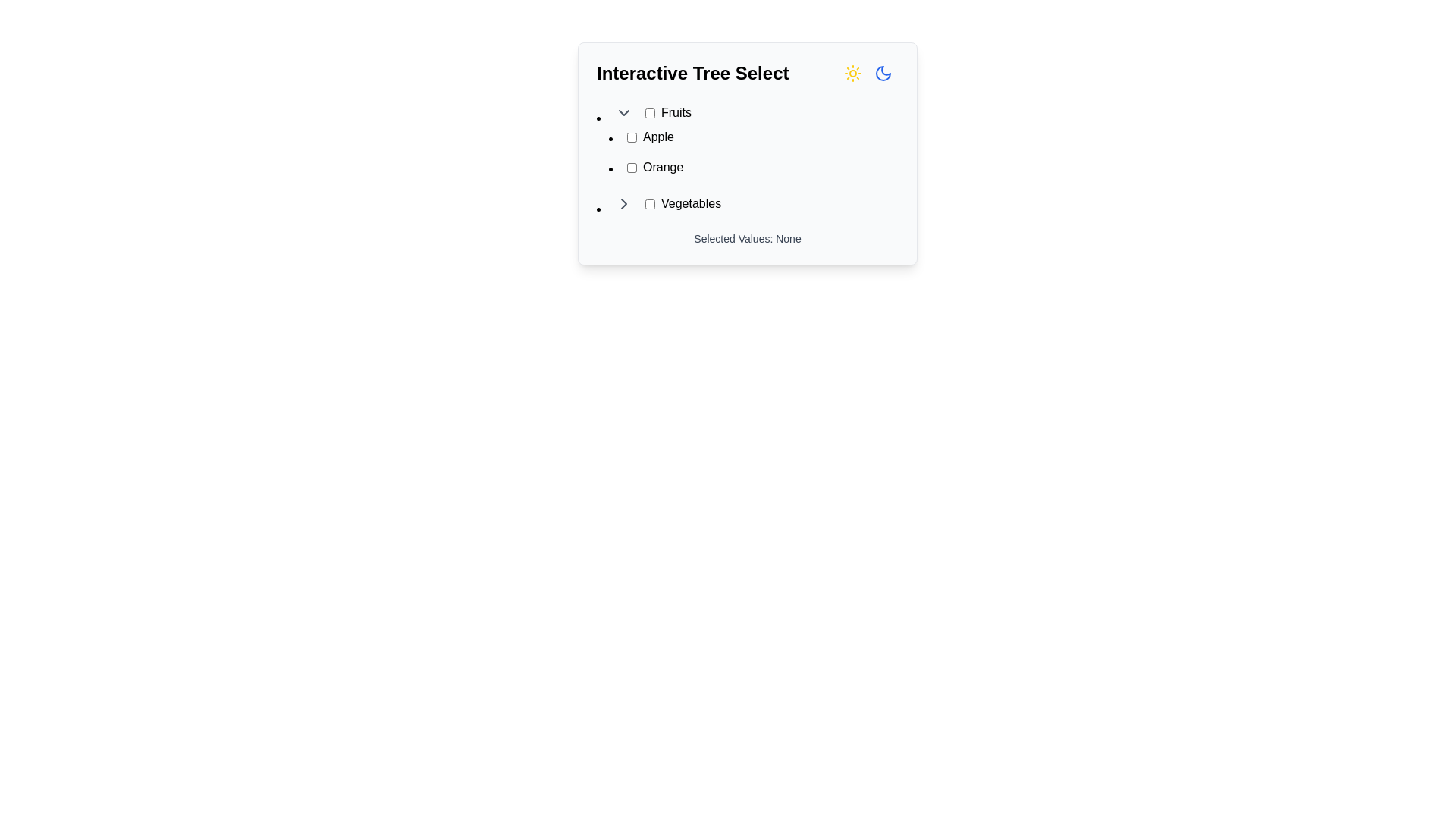  I want to click on the text label displaying 'Orange', which is styled in black text on a white background and positioned adjacent to a checkbox in the 'Fruits' category, so click(663, 167).